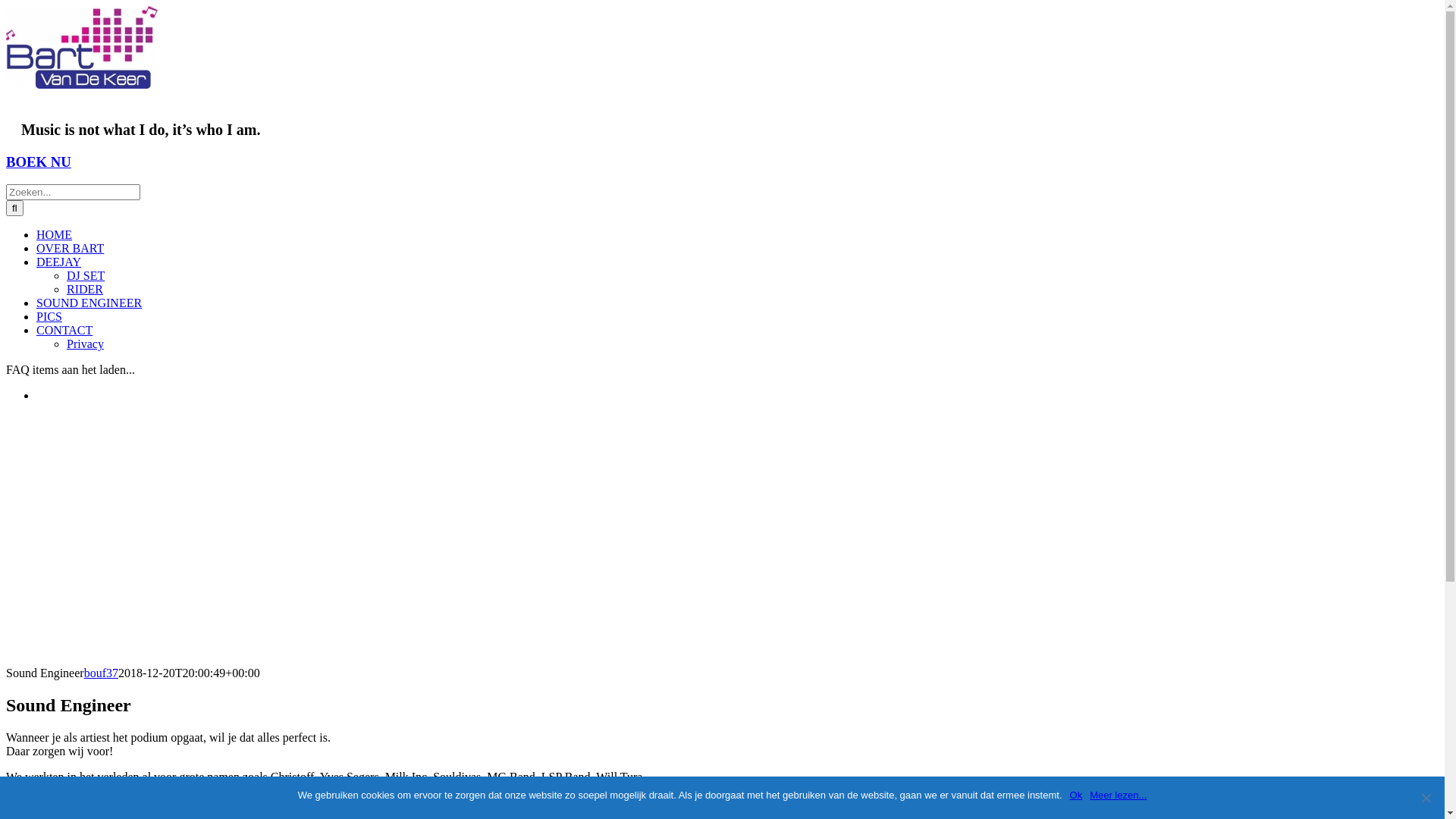 This screenshot has height=819, width=1456. What do you see at coordinates (54, 234) in the screenshot?
I see `'HOME'` at bounding box center [54, 234].